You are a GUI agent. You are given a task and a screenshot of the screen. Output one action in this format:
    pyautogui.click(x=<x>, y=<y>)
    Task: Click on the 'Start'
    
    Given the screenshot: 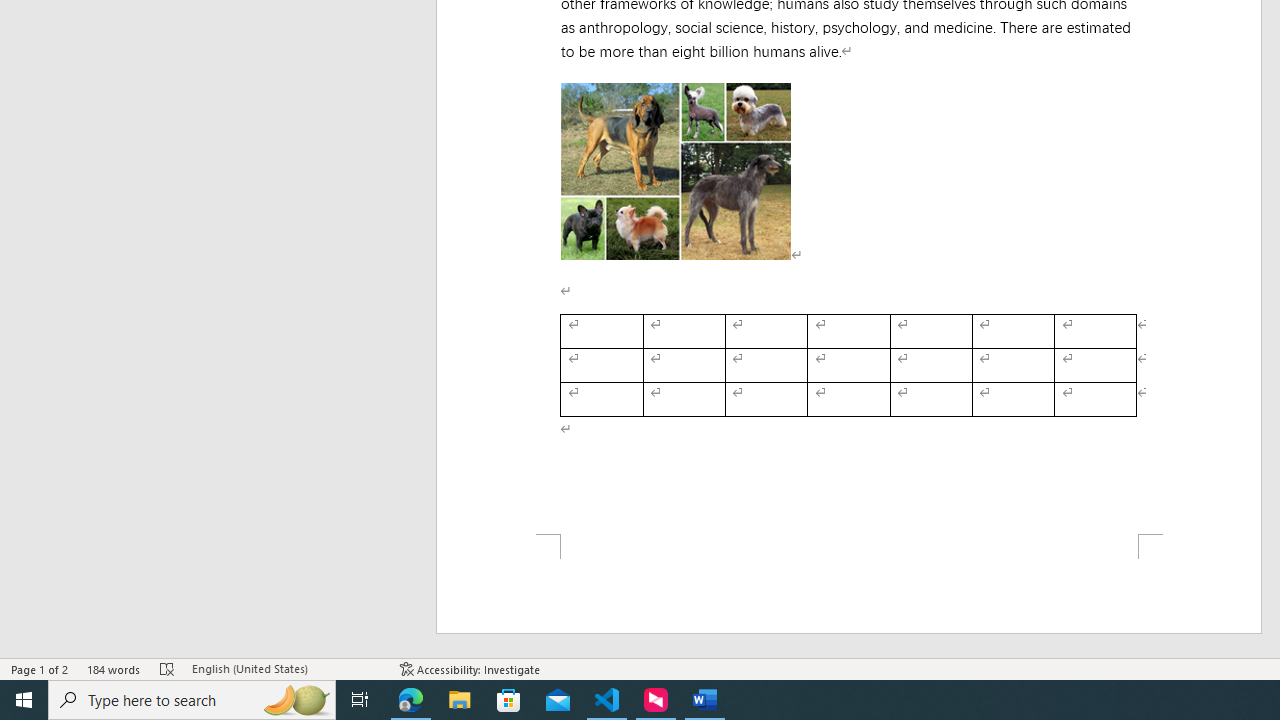 What is the action you would take?
    pyautogui.click(x=24, y=698)
    